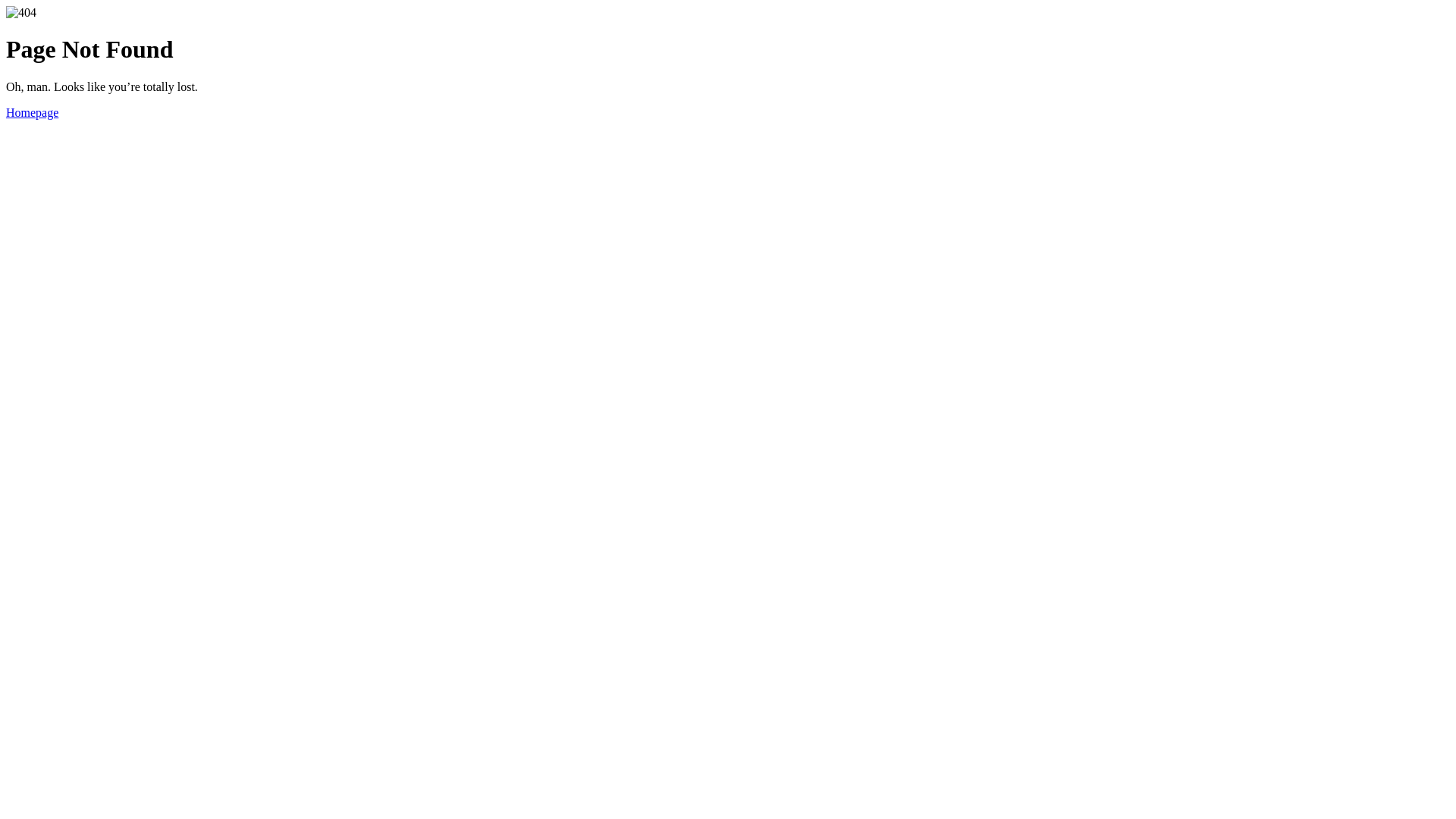 The width and height of the screenshot is (1456, 819). Describe the element at coordinates (6, 111) in the screenshot. I see `'Homepage'` at that location.